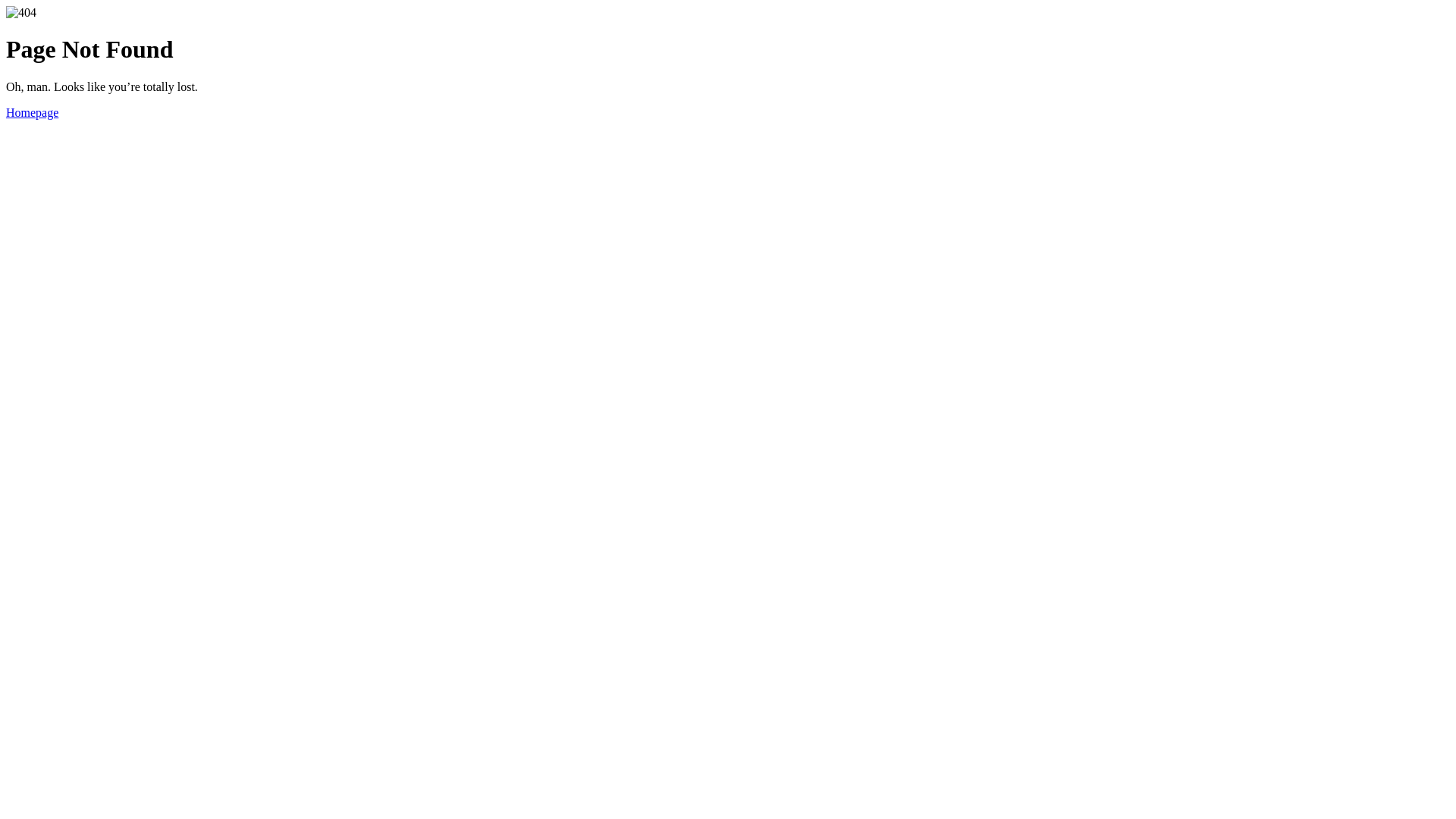 The width and height of the screenshot is (1456, 819). Describe the element at coordinates (6, 111) in the screenshot. I see `'Homepage'` at that location.